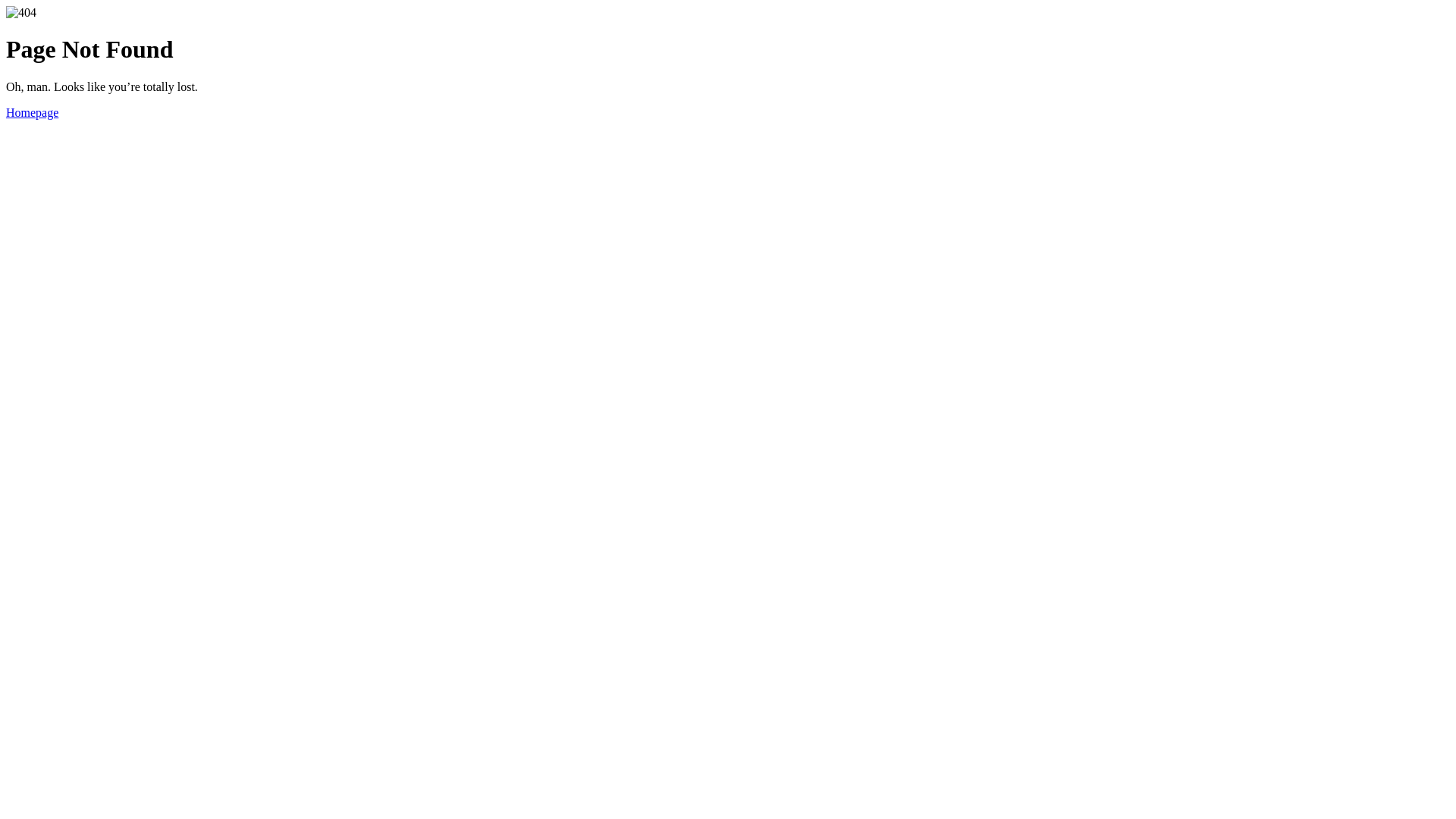 The width and height of the screenshot is (1456, 819). Describe the element at coordinates (6, 111) in the screenshot. I see `'Homepage'` at that location.